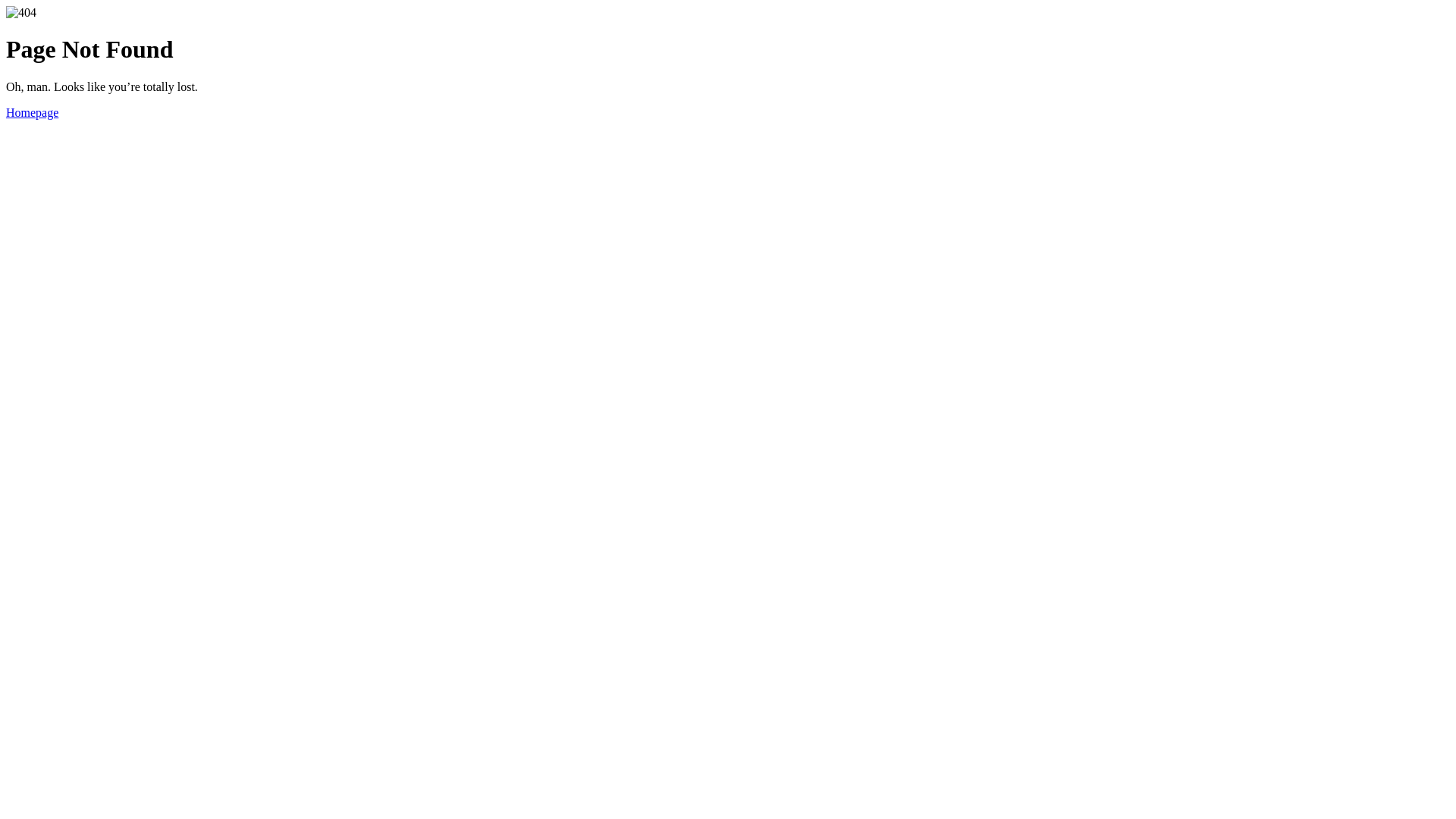 The width and height of the screenshot is (1456, 819). Describe the element at coordinates (6, 111) in the screenshot. I see `'Homepage'` at that location.